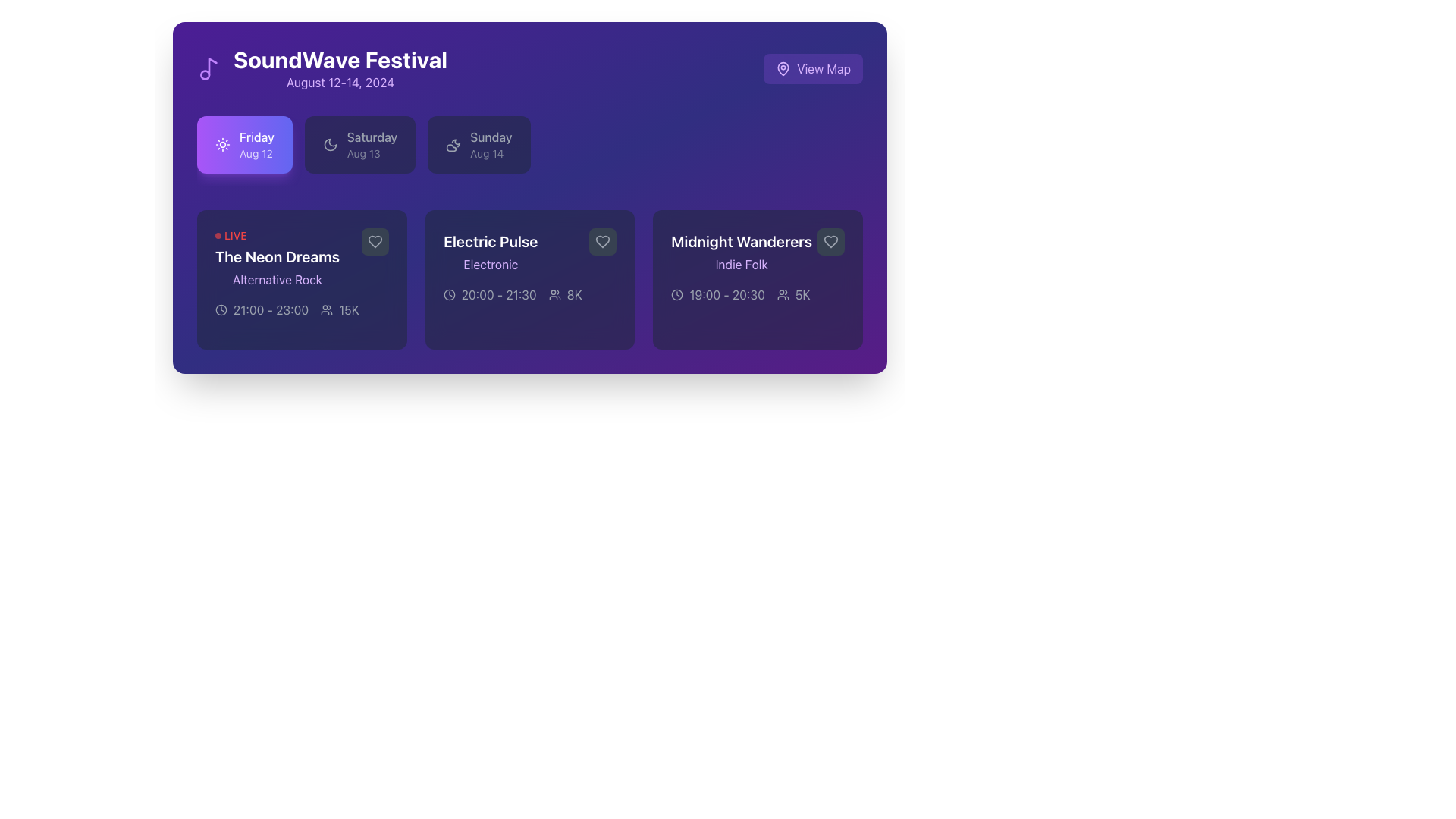 This screenshot has height=819, width=1456. Describe the element at coordinates (340, 82) in the screenshot. I see `the interactive text label displaying the date range 'August 12-14, 2024', which is styled with purple color and located below the title 'SoundWave Festival'` at that location.